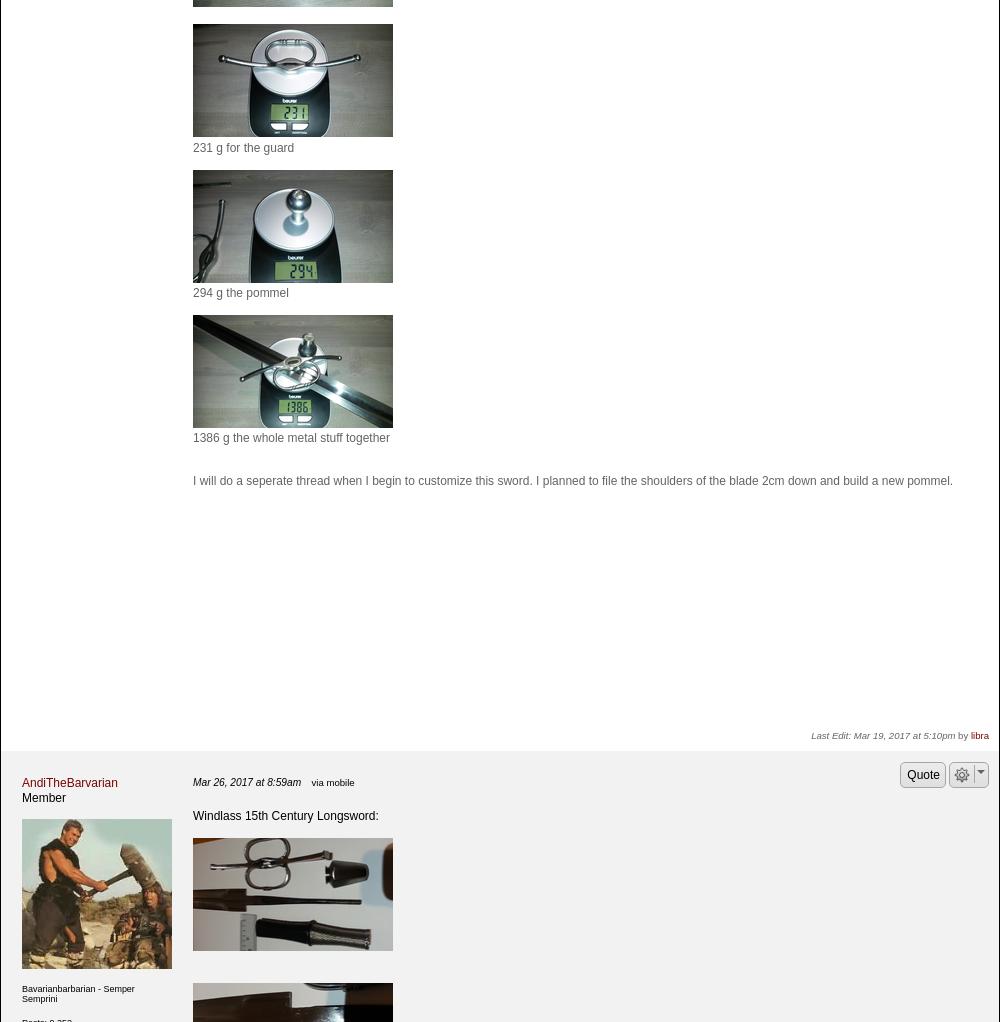 Image resolution: width=1000 pixels, height=1022 pixels. I want to click on 'via mobile', so click(331, 782).